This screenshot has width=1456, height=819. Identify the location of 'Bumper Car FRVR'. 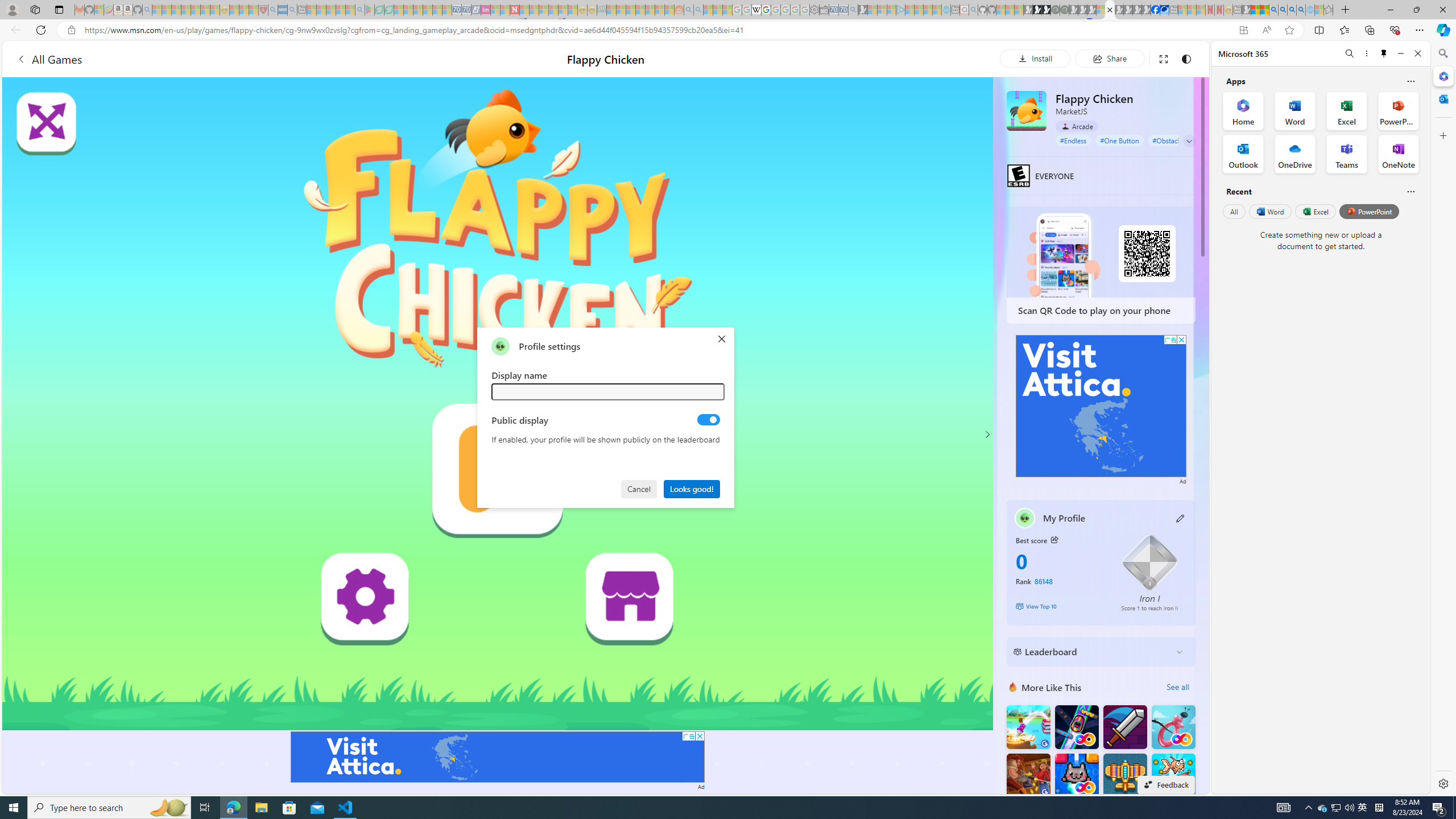
(1076, 727).